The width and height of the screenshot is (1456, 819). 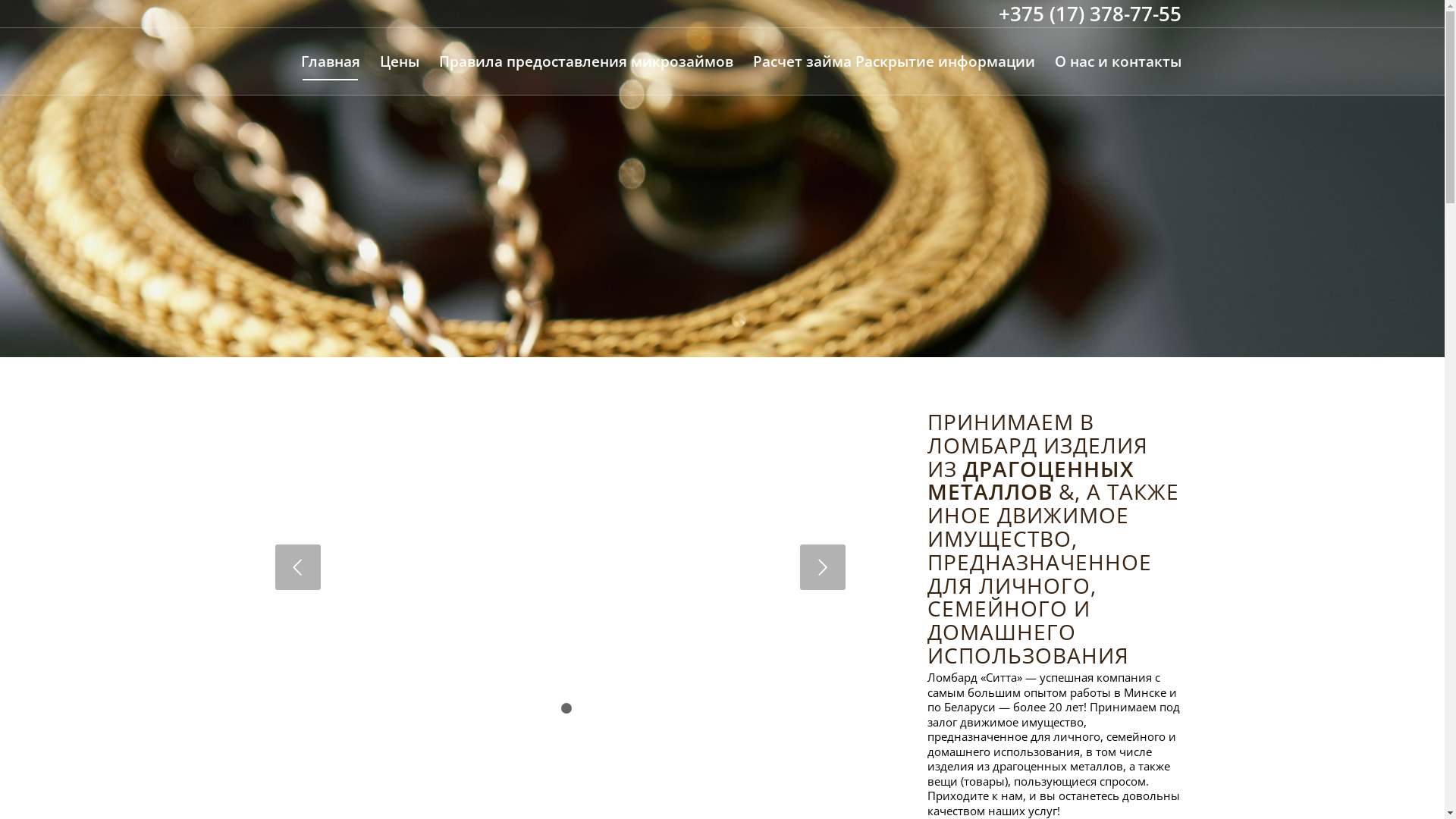 I want to click on '1', so click(x=553, y=708).